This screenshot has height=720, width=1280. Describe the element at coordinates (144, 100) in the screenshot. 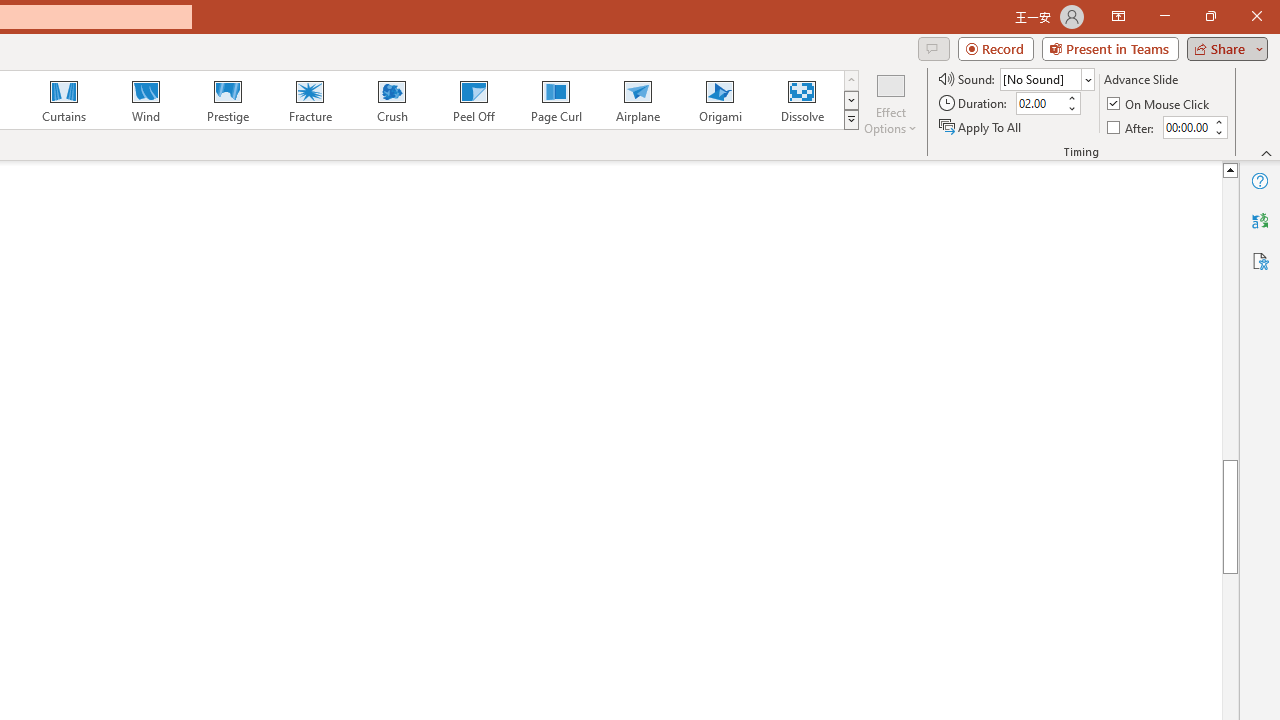

I see `'Wind'` at that location.